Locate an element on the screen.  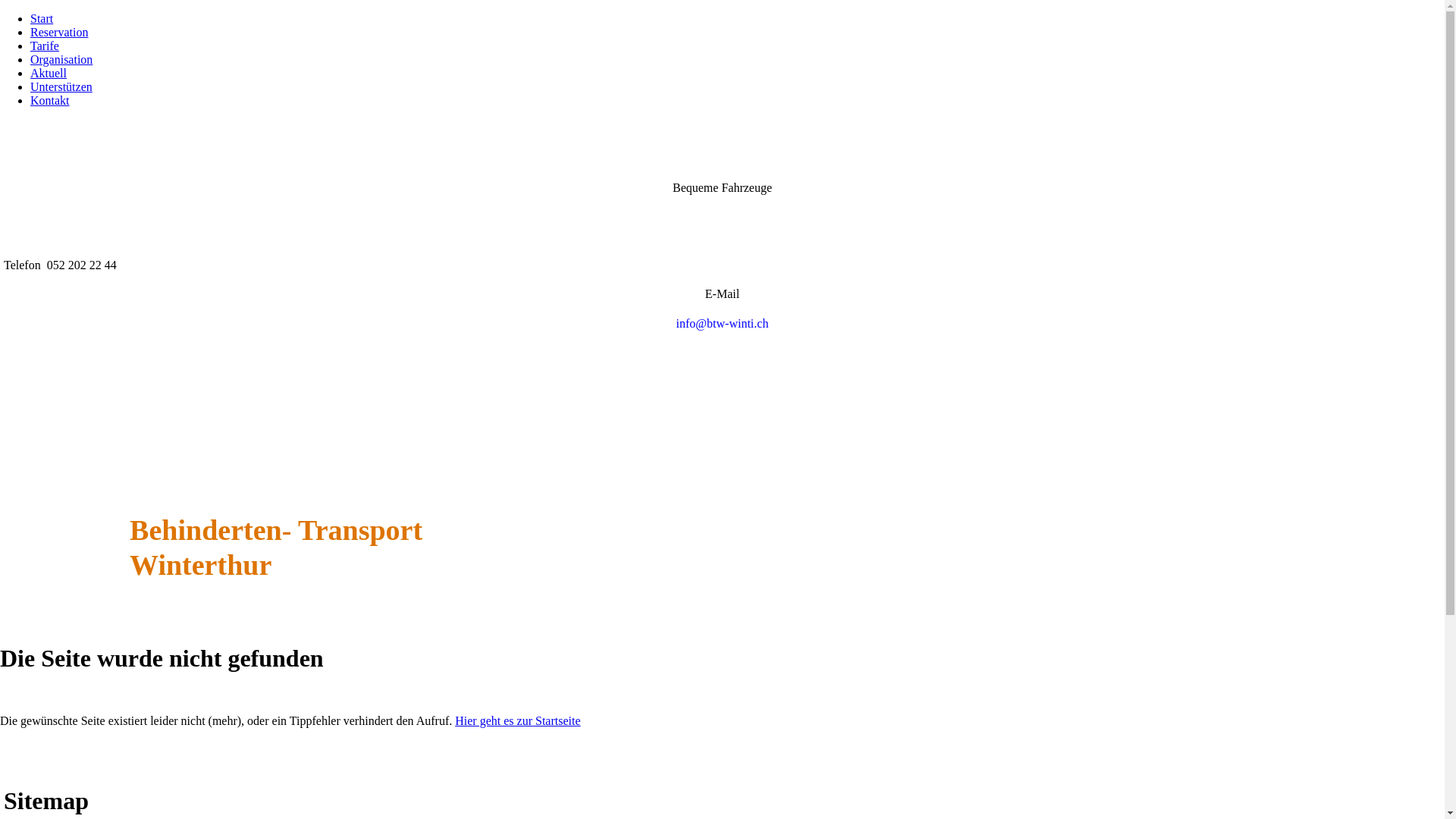
'Organisation' is located at coordinates (61, 58).